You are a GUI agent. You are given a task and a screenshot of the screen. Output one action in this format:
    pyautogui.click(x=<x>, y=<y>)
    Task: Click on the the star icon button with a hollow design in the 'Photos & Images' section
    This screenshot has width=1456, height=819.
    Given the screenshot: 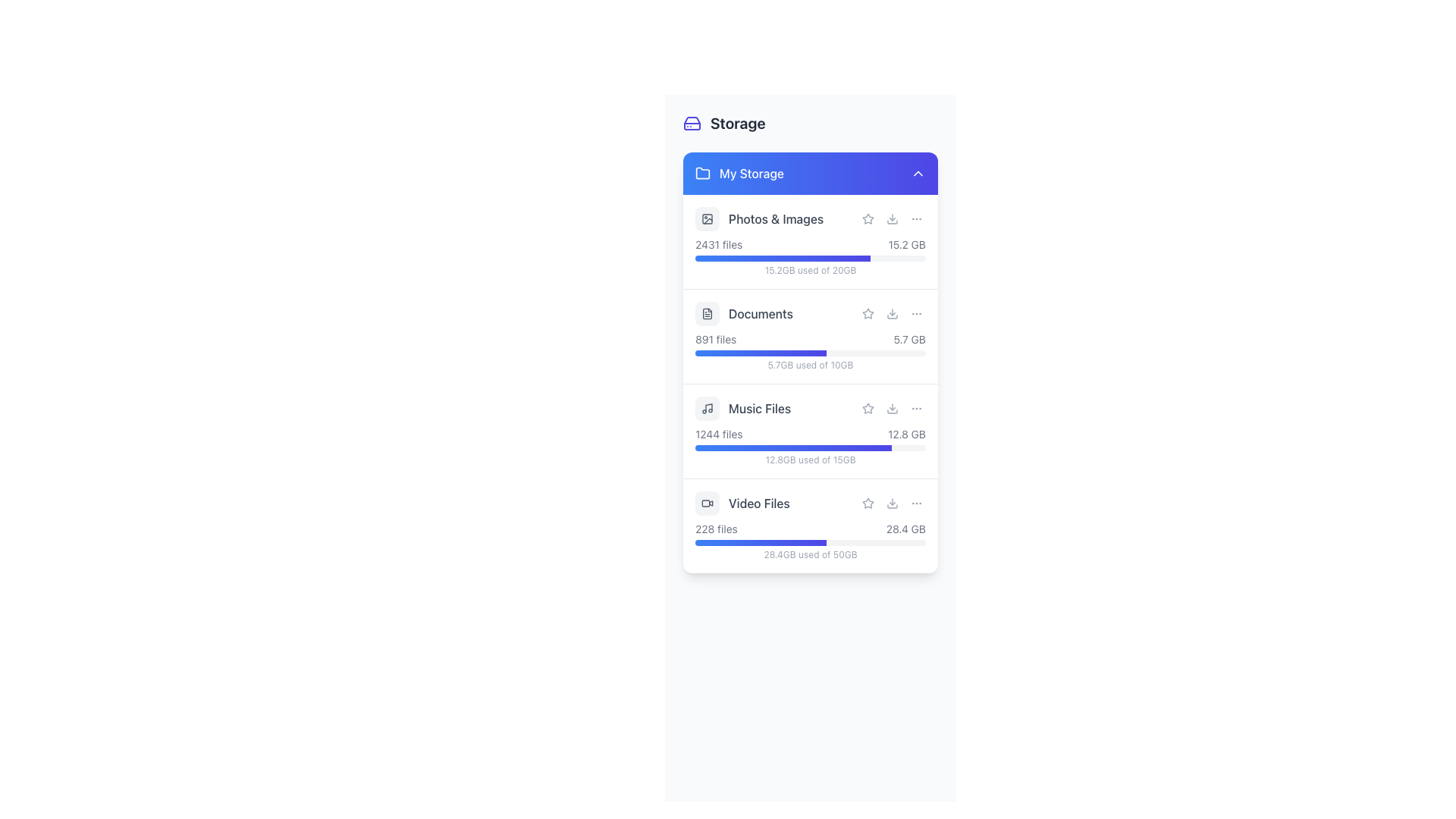 What is the action you would take?
    pyautogui.click(x=868, y=219)
    